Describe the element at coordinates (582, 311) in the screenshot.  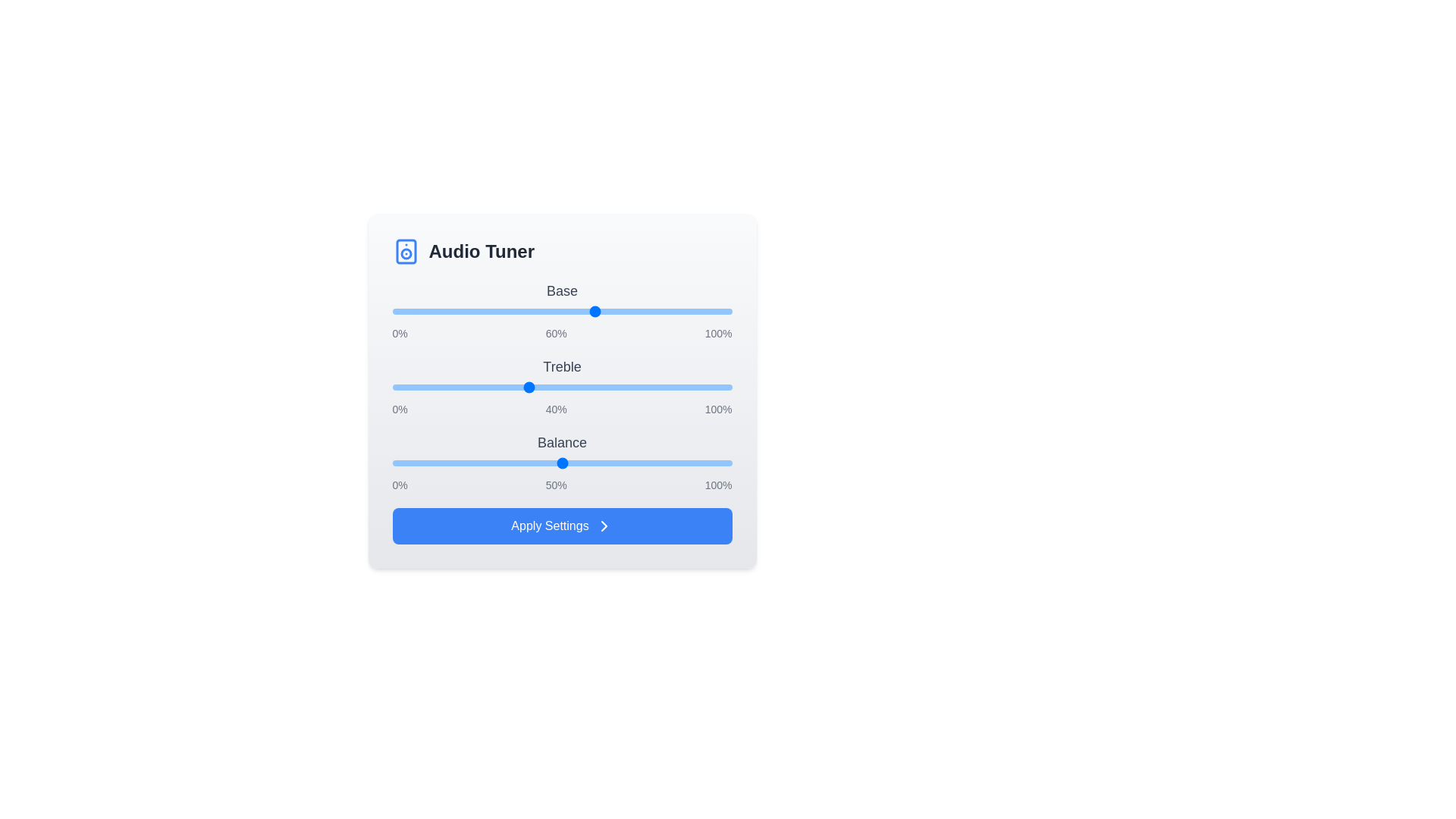
I see `the 0 slider to 56%` at that location.